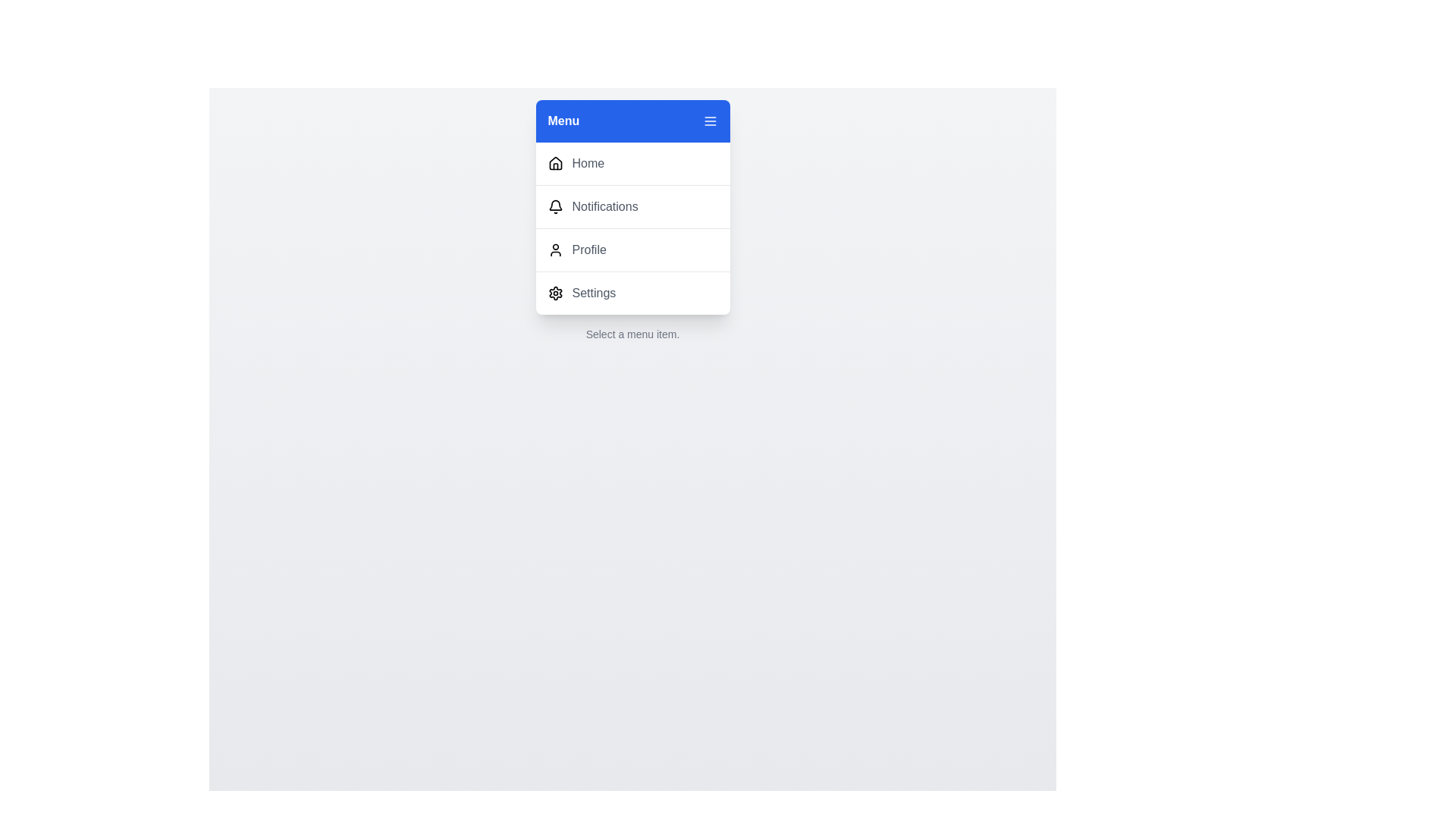 This screenshot has height=819, width=1456. What do you see at coordinates (632, 249) in the screenshot?
I see `the menu item Profile from the menu` at bounding box center [632, 249].